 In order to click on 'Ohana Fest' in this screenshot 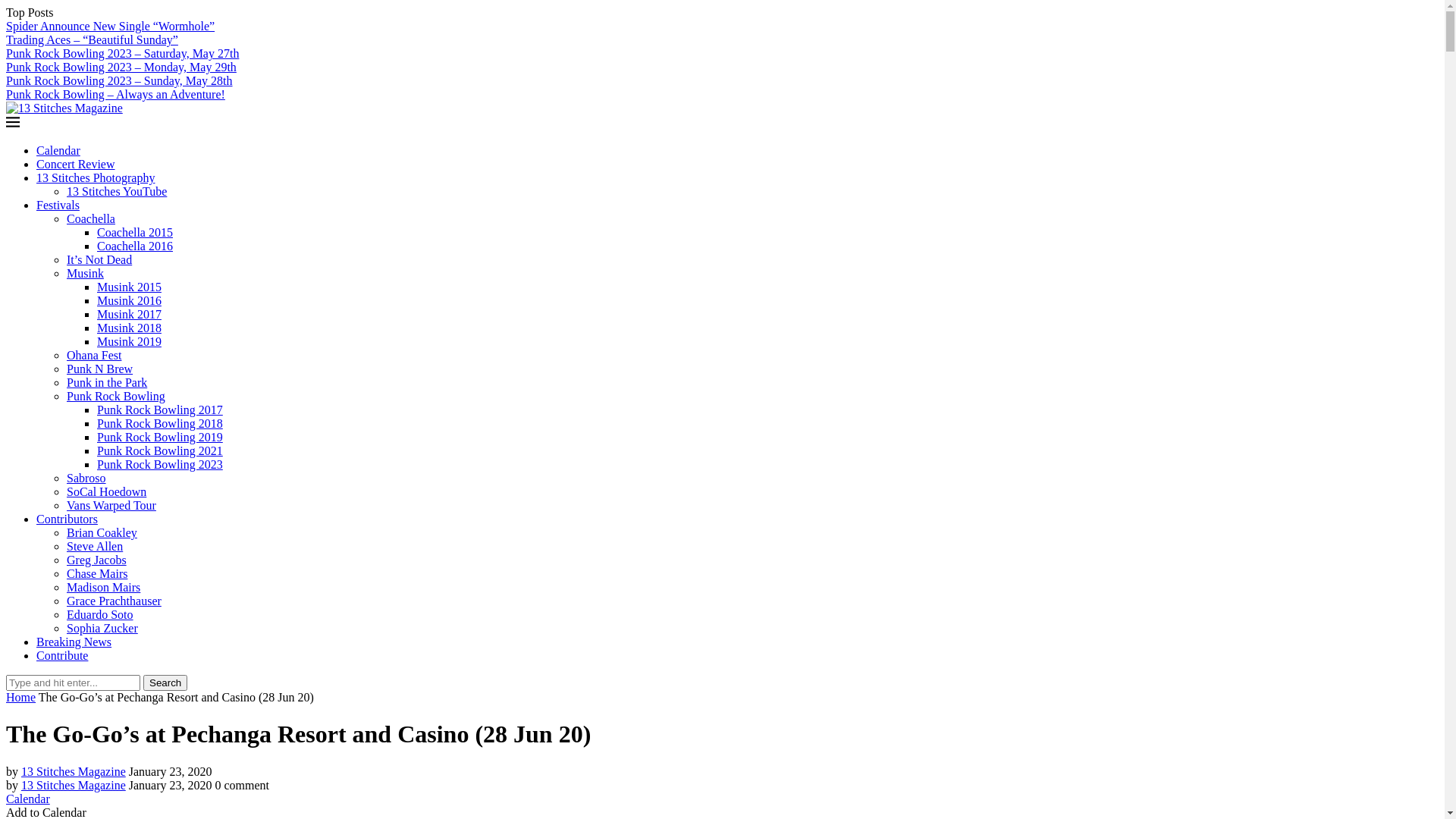, I will do `click(93, 355)`.